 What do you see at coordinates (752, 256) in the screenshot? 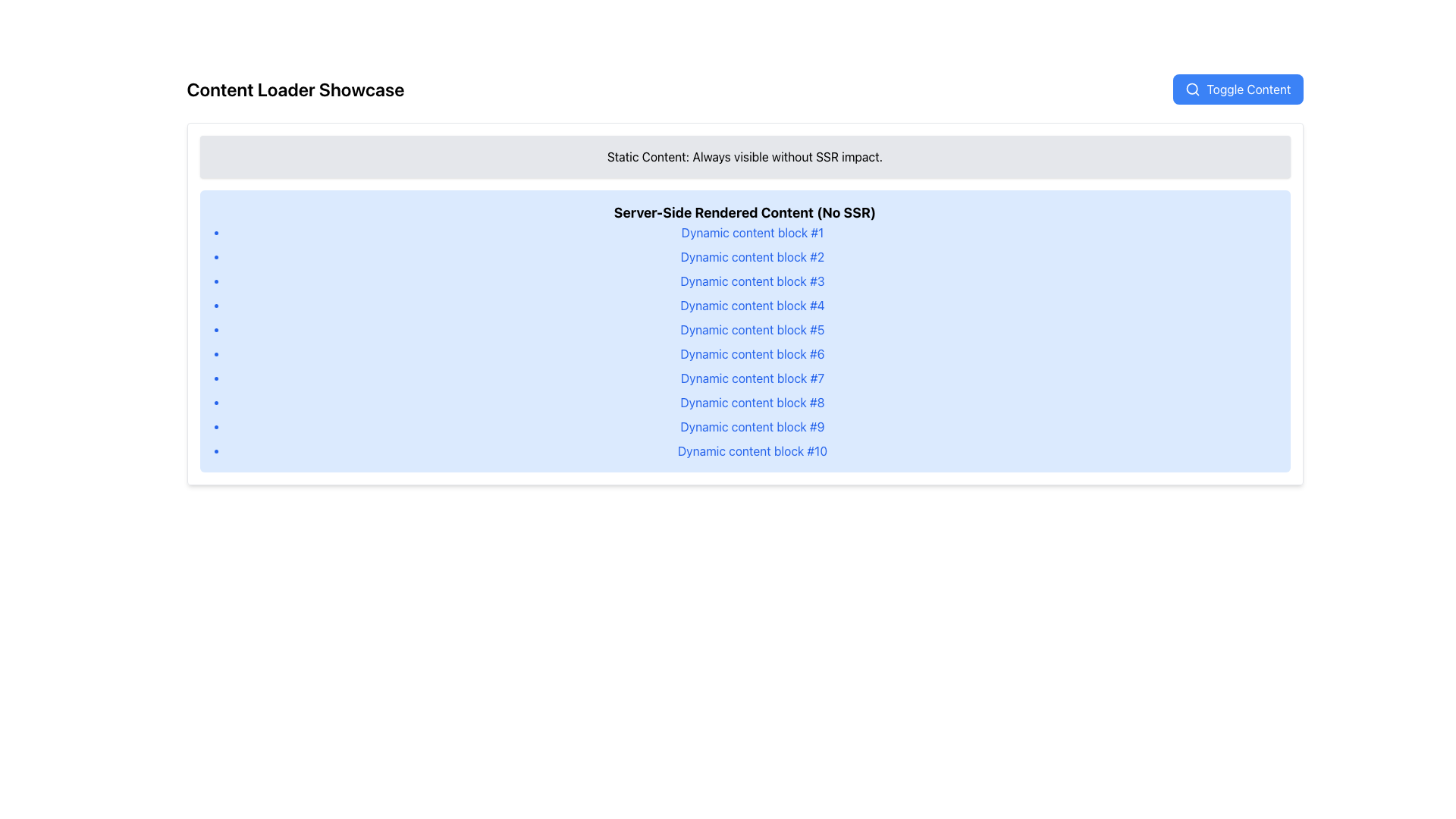
I see `the second text label in a list of content blocks that describes the corresponding block between 'Dynamic content block #1' and 'Dynamic content block #3'` at bounding box center [752, 256].